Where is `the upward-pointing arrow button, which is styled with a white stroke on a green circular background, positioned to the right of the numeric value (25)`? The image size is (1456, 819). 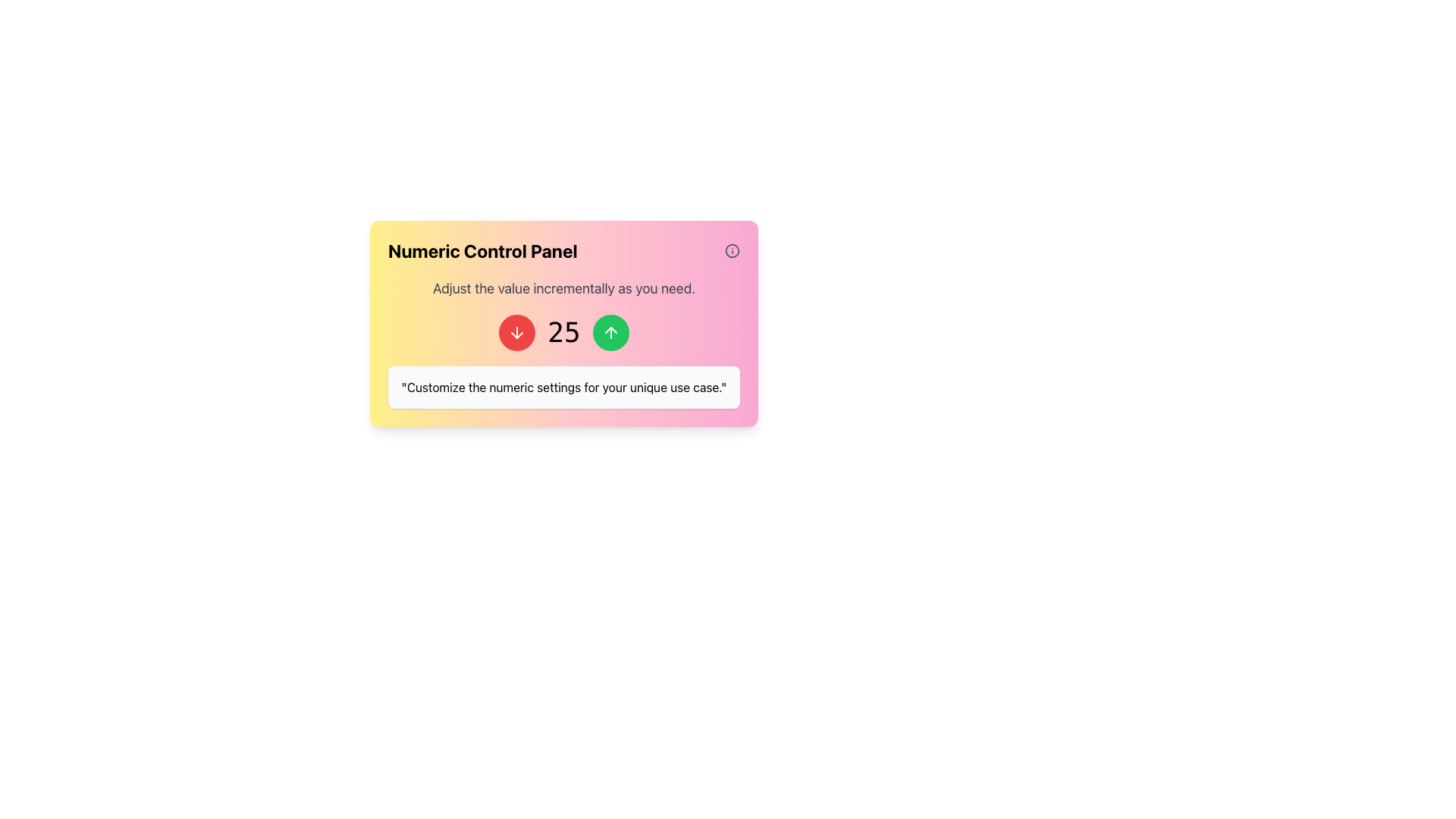 the upward-pointing arrow button, which is styled with a white stroke on a green circular background, positioned to the right of the numeric value (25) is located at coordinates (610, 332).